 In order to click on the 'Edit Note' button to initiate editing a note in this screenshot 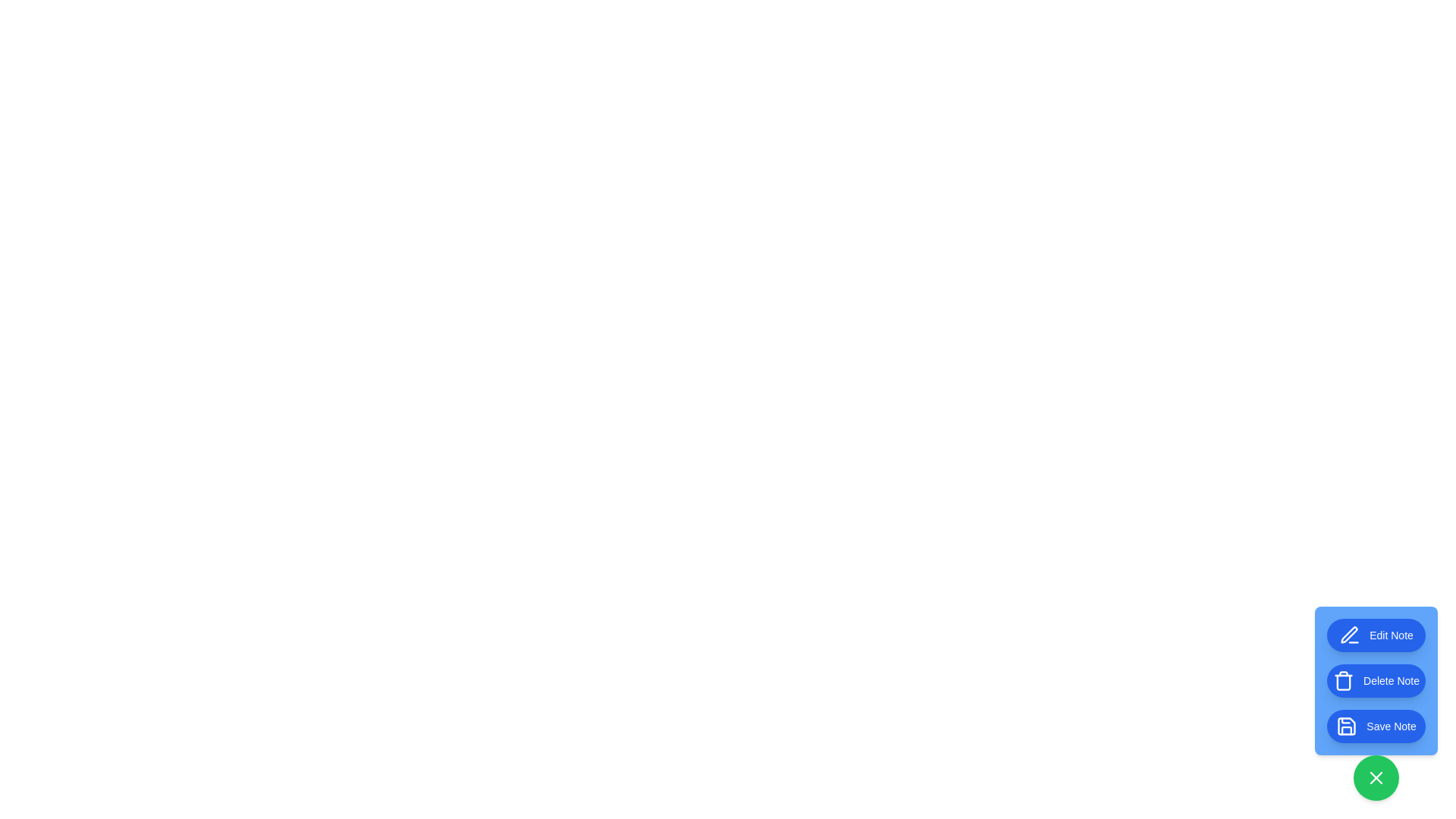, I will do `click(1376, 635)`.